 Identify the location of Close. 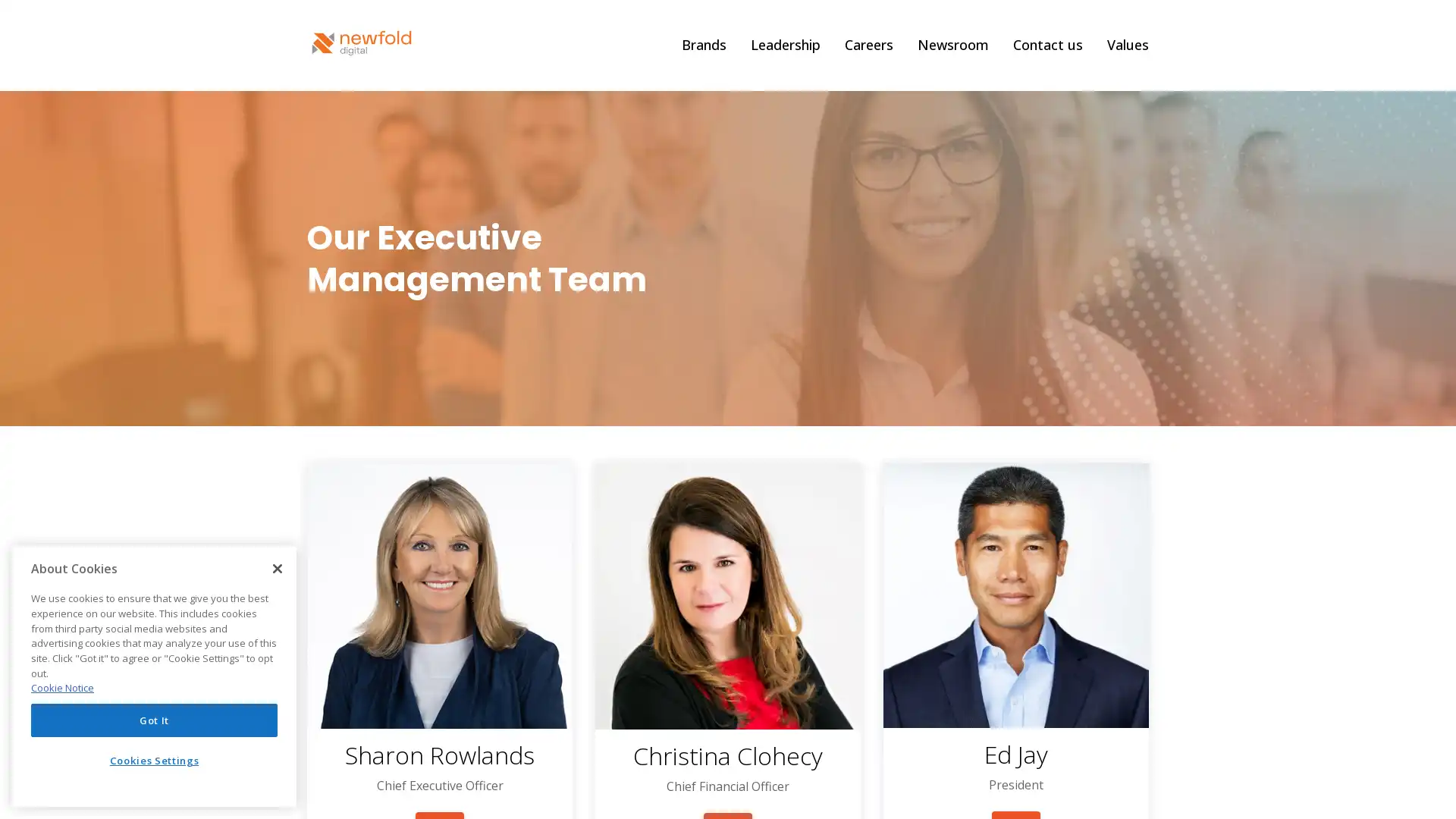
(277, 568).